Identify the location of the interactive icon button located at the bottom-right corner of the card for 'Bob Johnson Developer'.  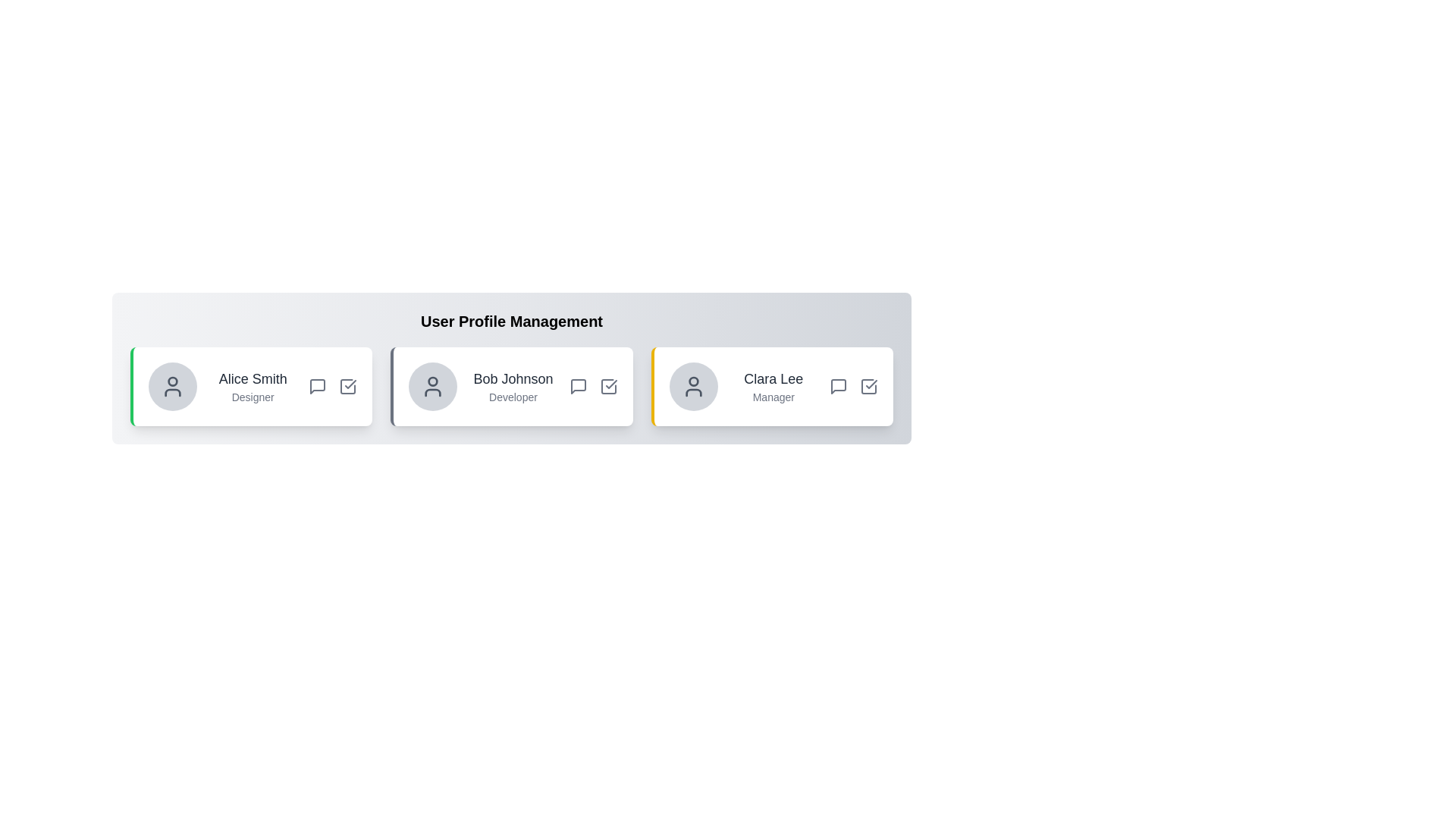
(608, 385).